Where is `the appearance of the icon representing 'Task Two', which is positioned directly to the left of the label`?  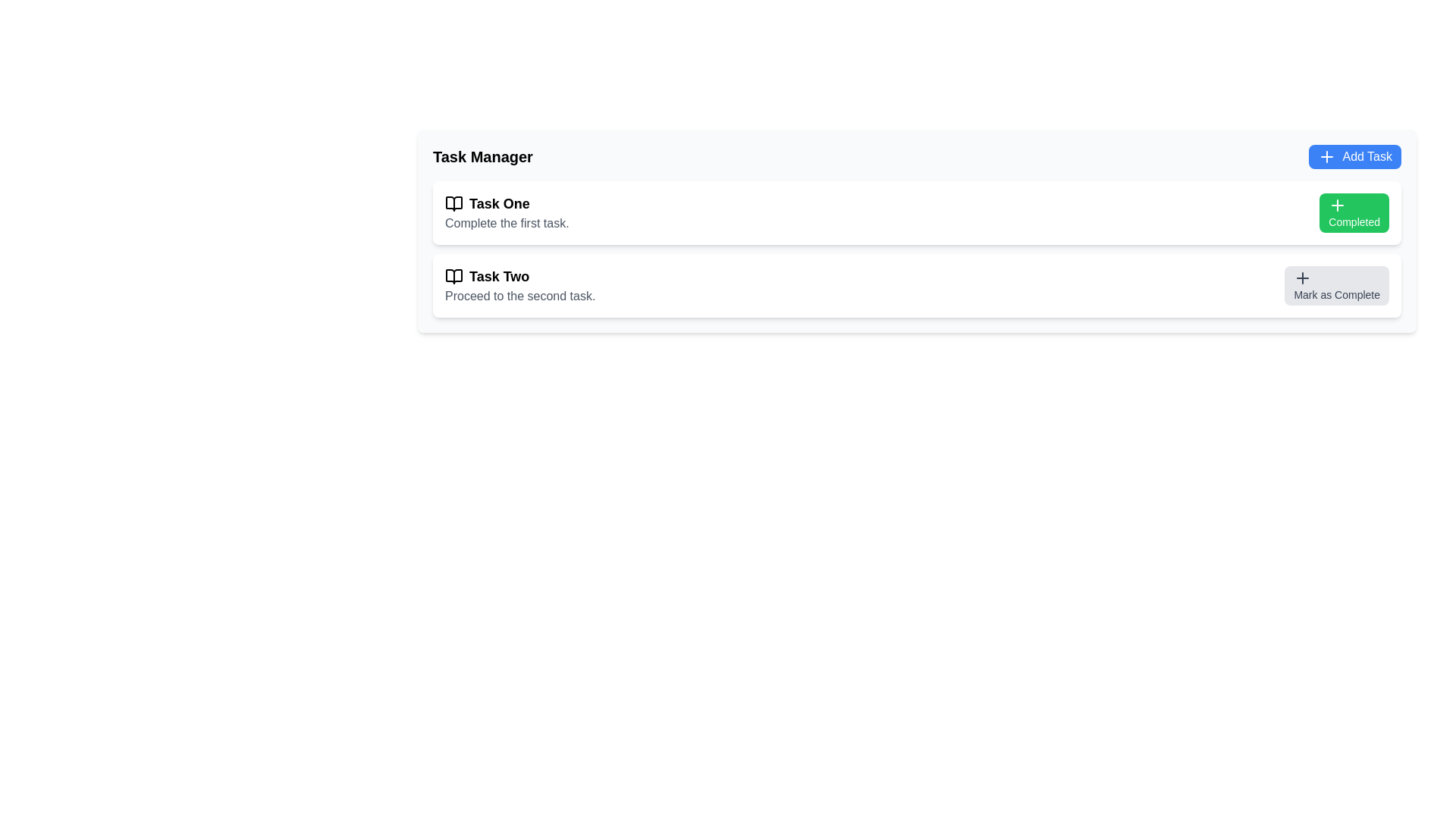 the appearance of the icon representing 'Task Two', which is positioned directly to the left of the label is located at coordinates (453, 277).